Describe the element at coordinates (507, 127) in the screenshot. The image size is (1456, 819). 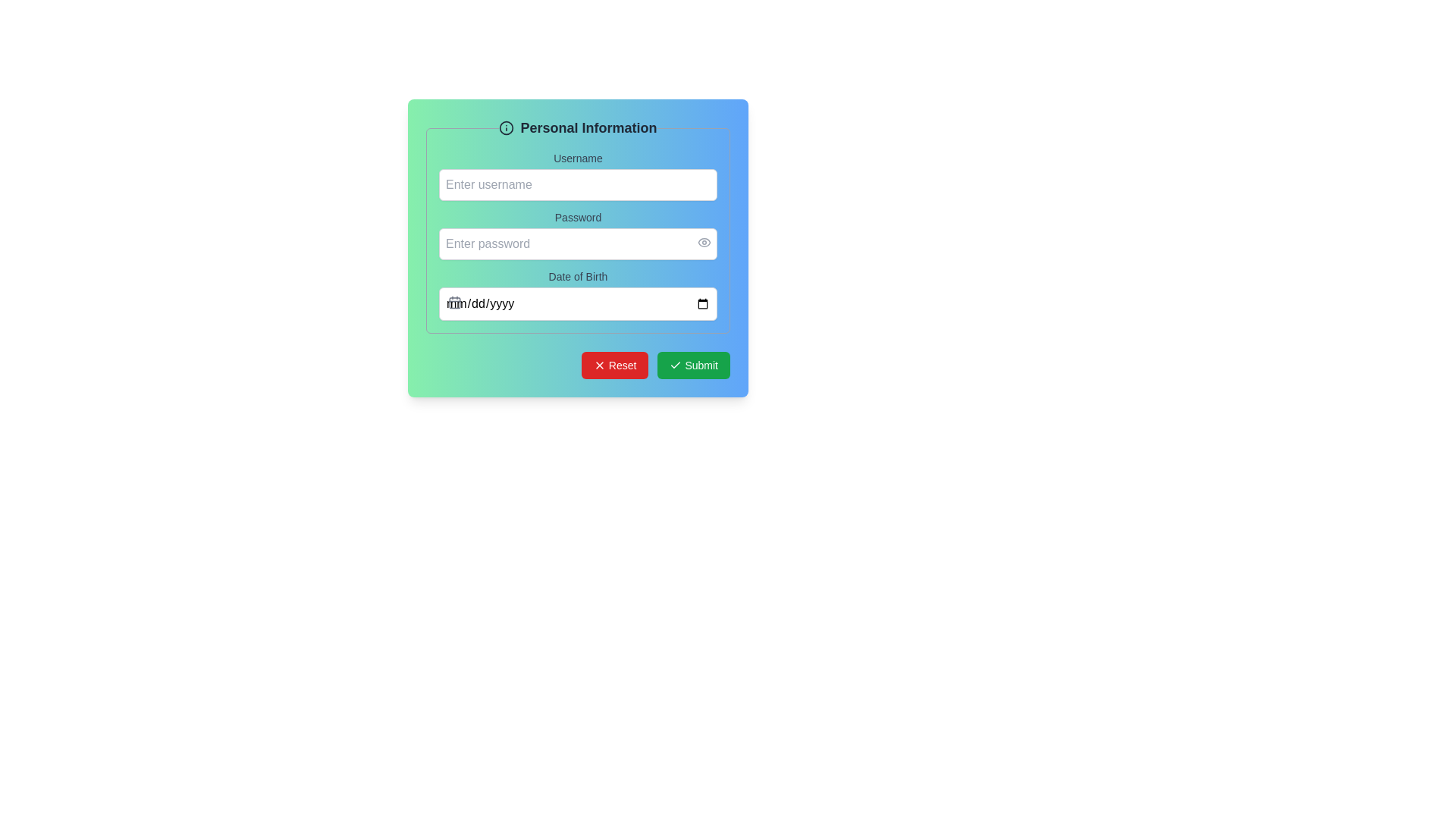
I see `the informational/help icon located at the top-left corner of the 'Personal Information' header` at that location.